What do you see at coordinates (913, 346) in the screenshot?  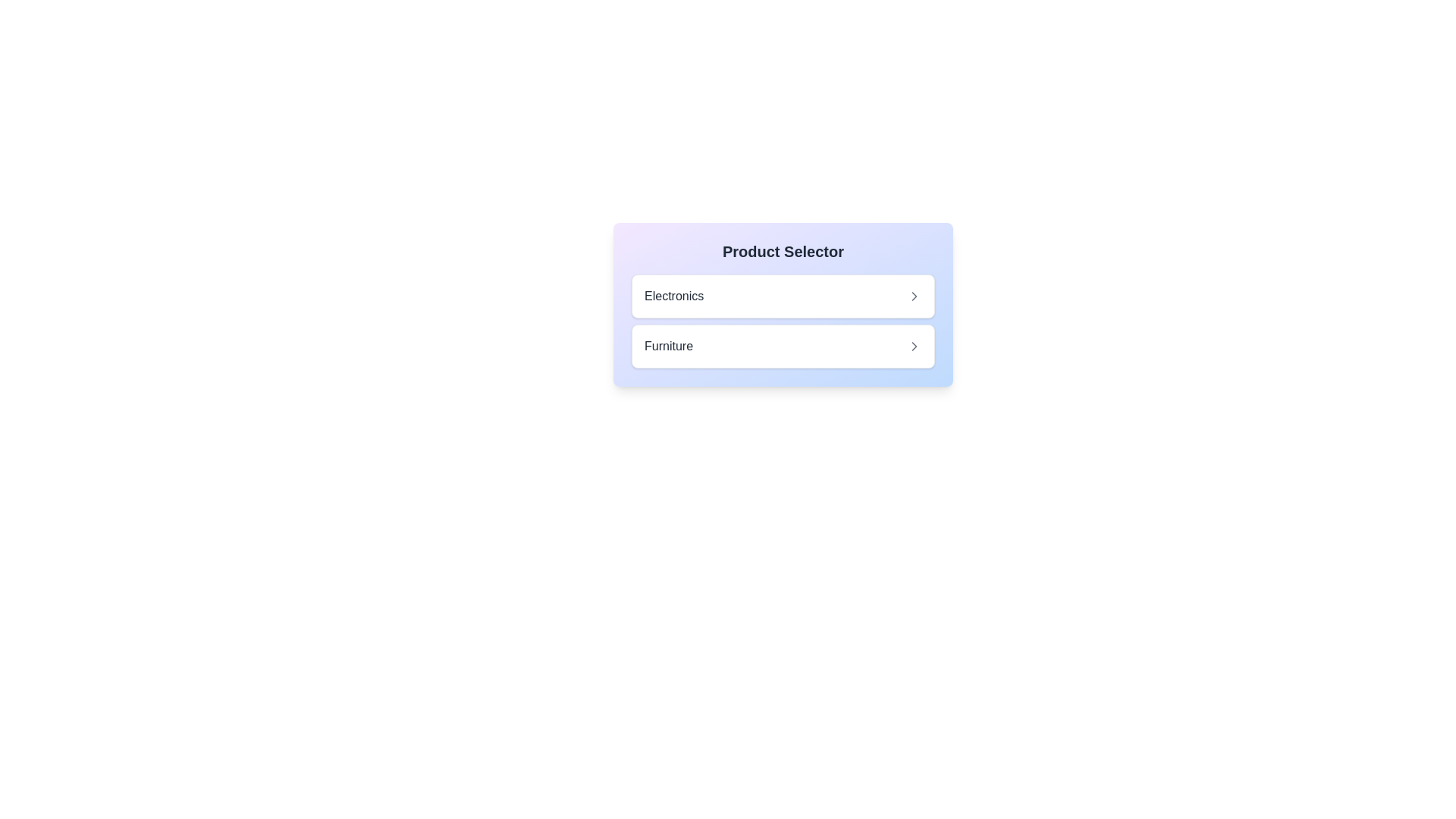 I see `the 'Furniture' icon located at the top-right corner of the second row in the list` at bounding box center [913, 346].